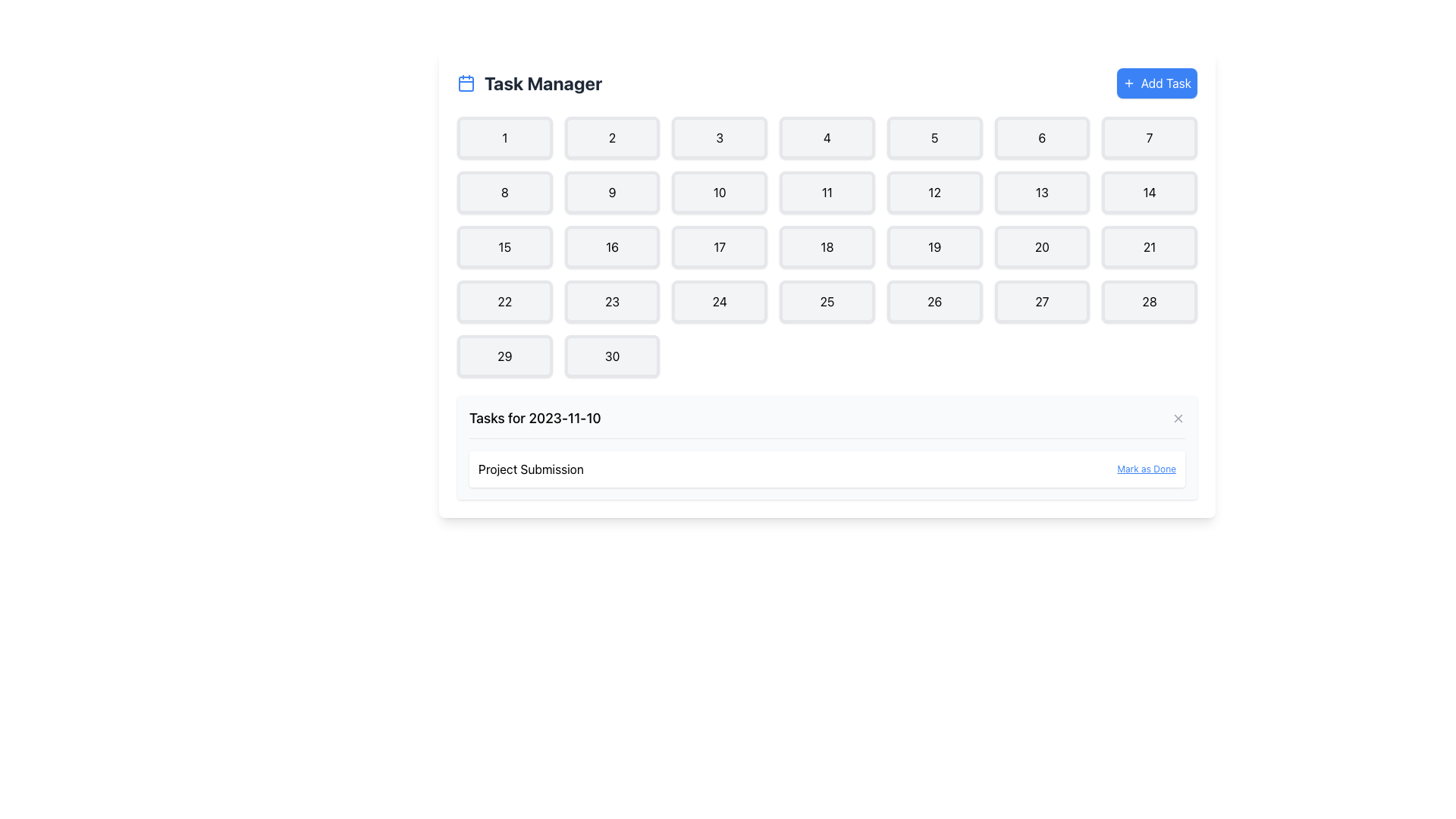 This screenshot has width=1456, height=819. I want to click on the date selection button in the calendar interface located in the third row and seventh column, so click(1150, 246).